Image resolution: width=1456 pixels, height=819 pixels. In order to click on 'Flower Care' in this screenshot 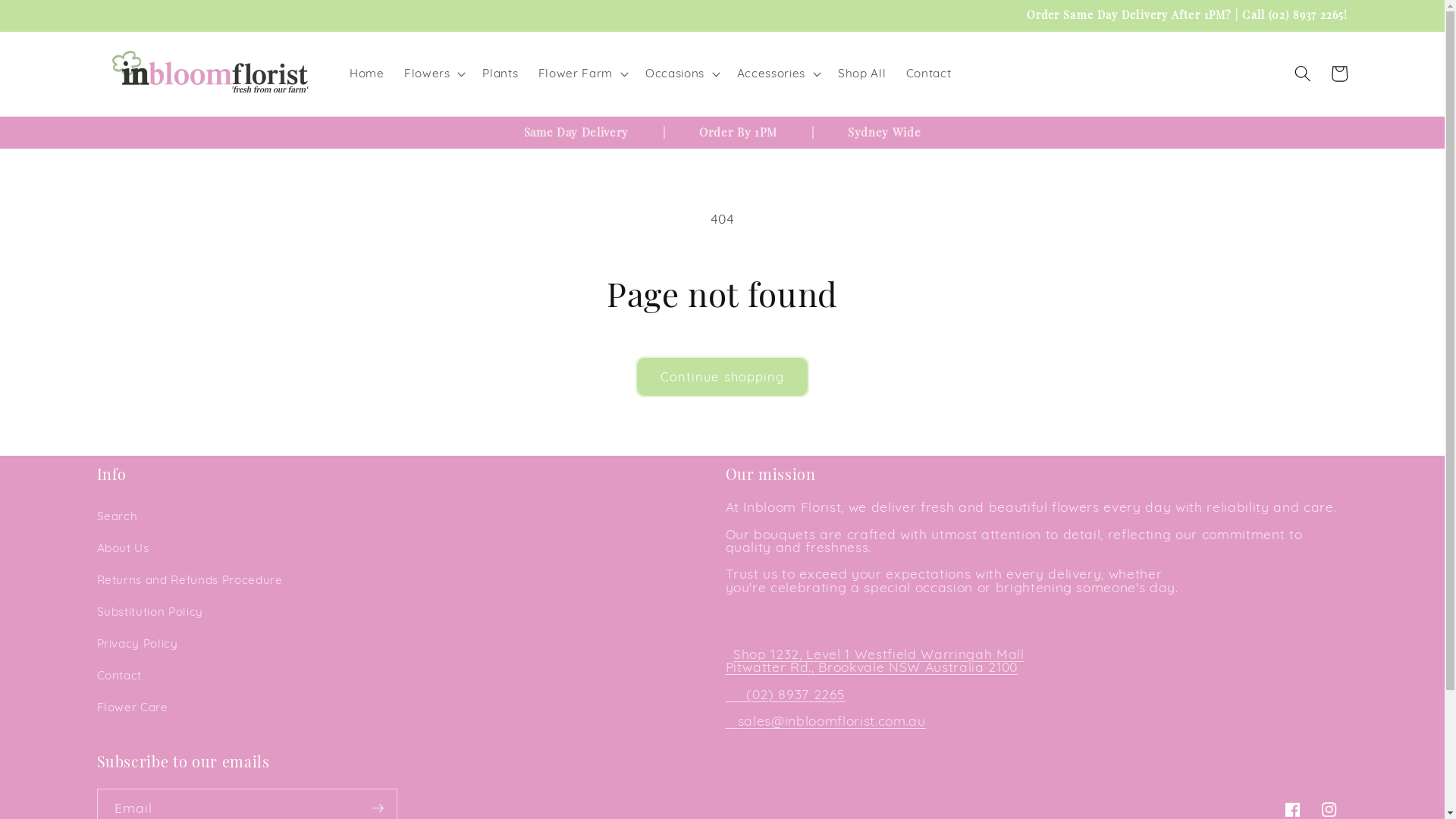, I will do `click(132, 708)`.